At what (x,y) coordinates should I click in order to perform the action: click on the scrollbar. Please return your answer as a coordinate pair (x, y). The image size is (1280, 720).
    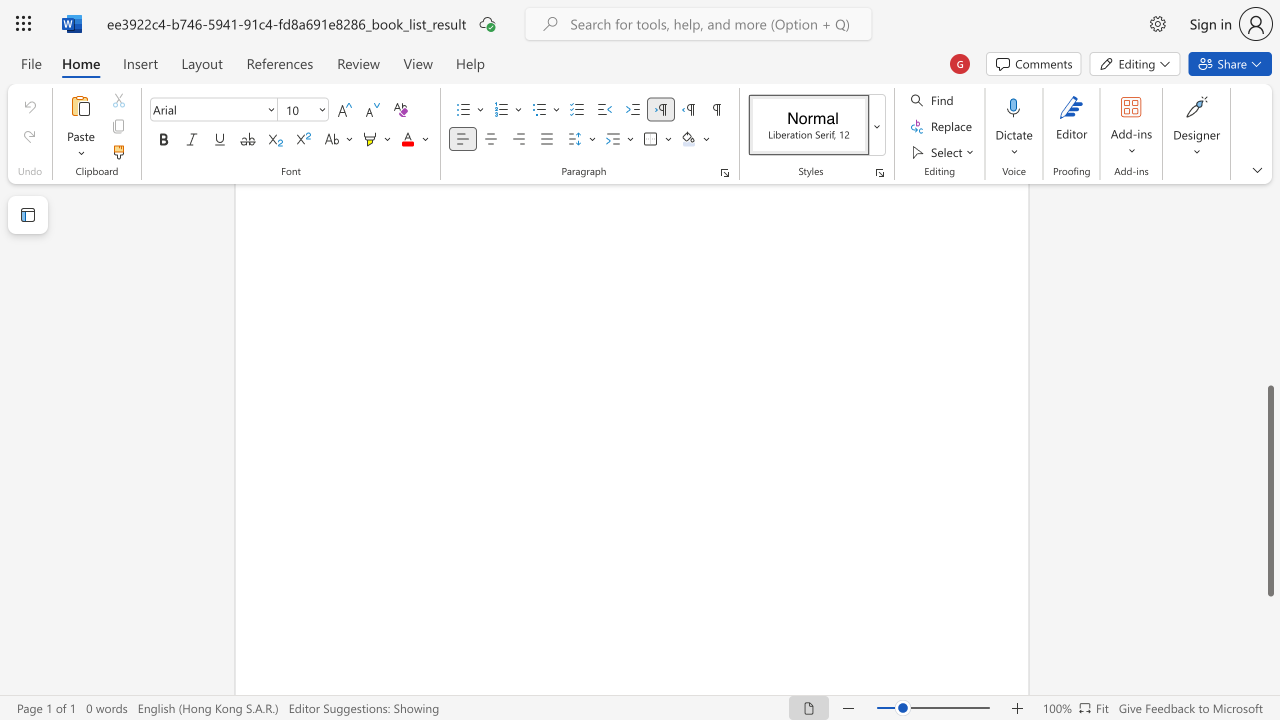
    Looking at the image, I should click on (1269, 338).